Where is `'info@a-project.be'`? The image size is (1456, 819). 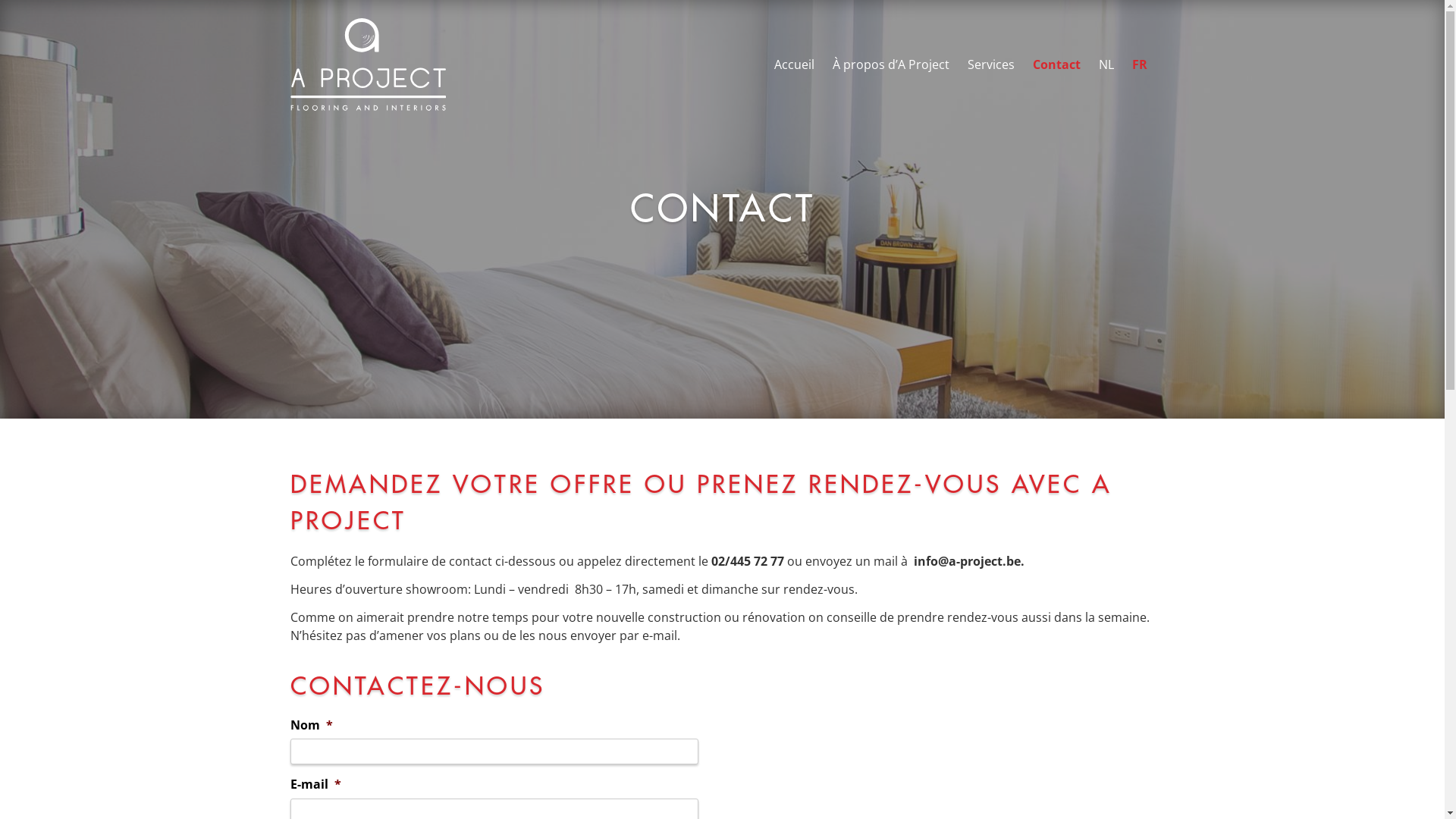 'info@a-project.be' is located at coordinates (965, 561).